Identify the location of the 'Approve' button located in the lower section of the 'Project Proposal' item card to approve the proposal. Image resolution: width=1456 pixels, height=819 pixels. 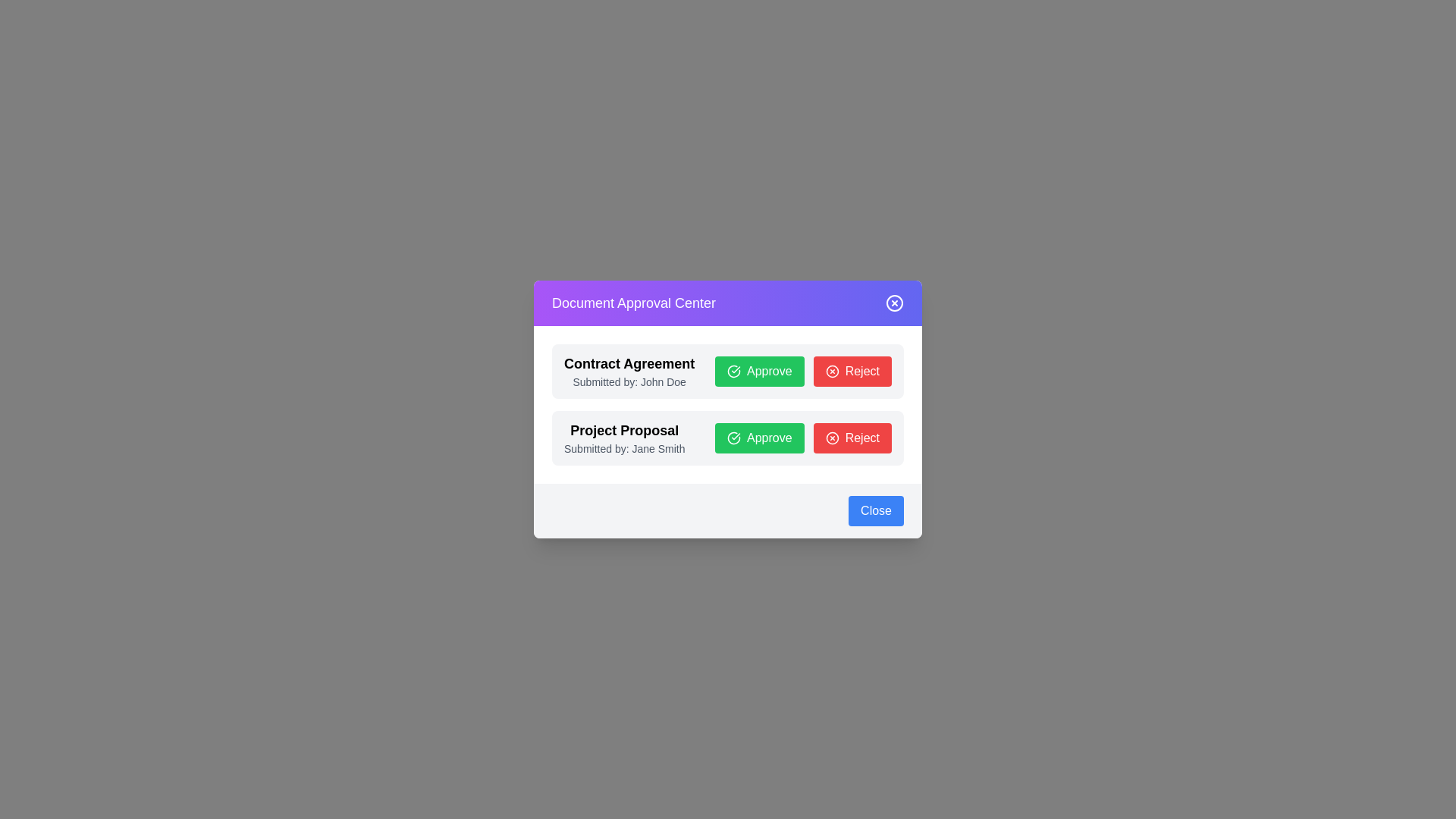
(802, 438).